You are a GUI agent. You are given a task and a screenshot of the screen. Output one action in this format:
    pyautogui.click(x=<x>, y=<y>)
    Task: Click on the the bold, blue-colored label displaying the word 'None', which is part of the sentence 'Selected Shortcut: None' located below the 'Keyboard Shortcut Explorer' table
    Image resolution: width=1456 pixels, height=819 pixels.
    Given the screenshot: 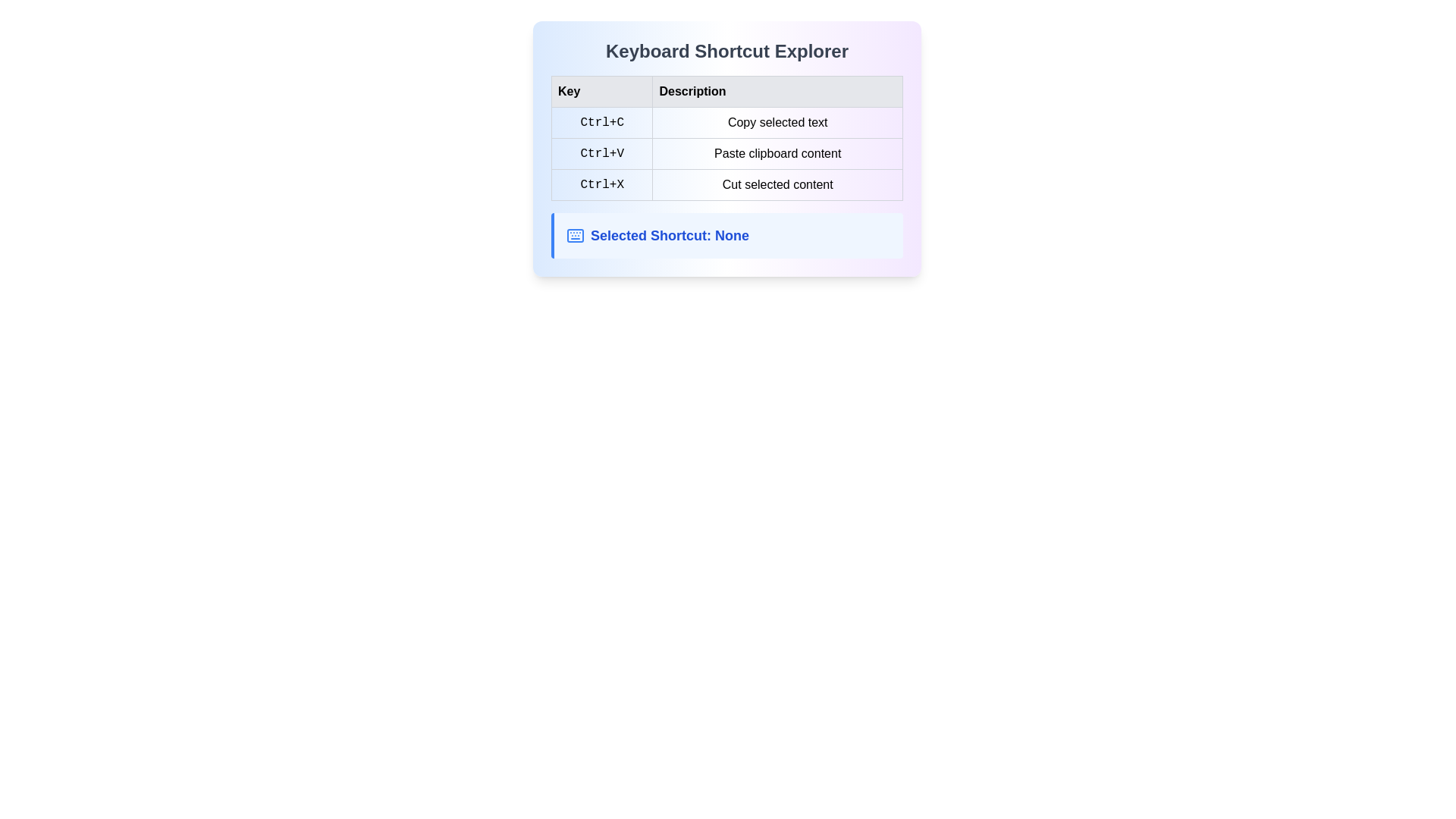 What is the action you would take?
    pyautogui.click(x=732, y=236)
    